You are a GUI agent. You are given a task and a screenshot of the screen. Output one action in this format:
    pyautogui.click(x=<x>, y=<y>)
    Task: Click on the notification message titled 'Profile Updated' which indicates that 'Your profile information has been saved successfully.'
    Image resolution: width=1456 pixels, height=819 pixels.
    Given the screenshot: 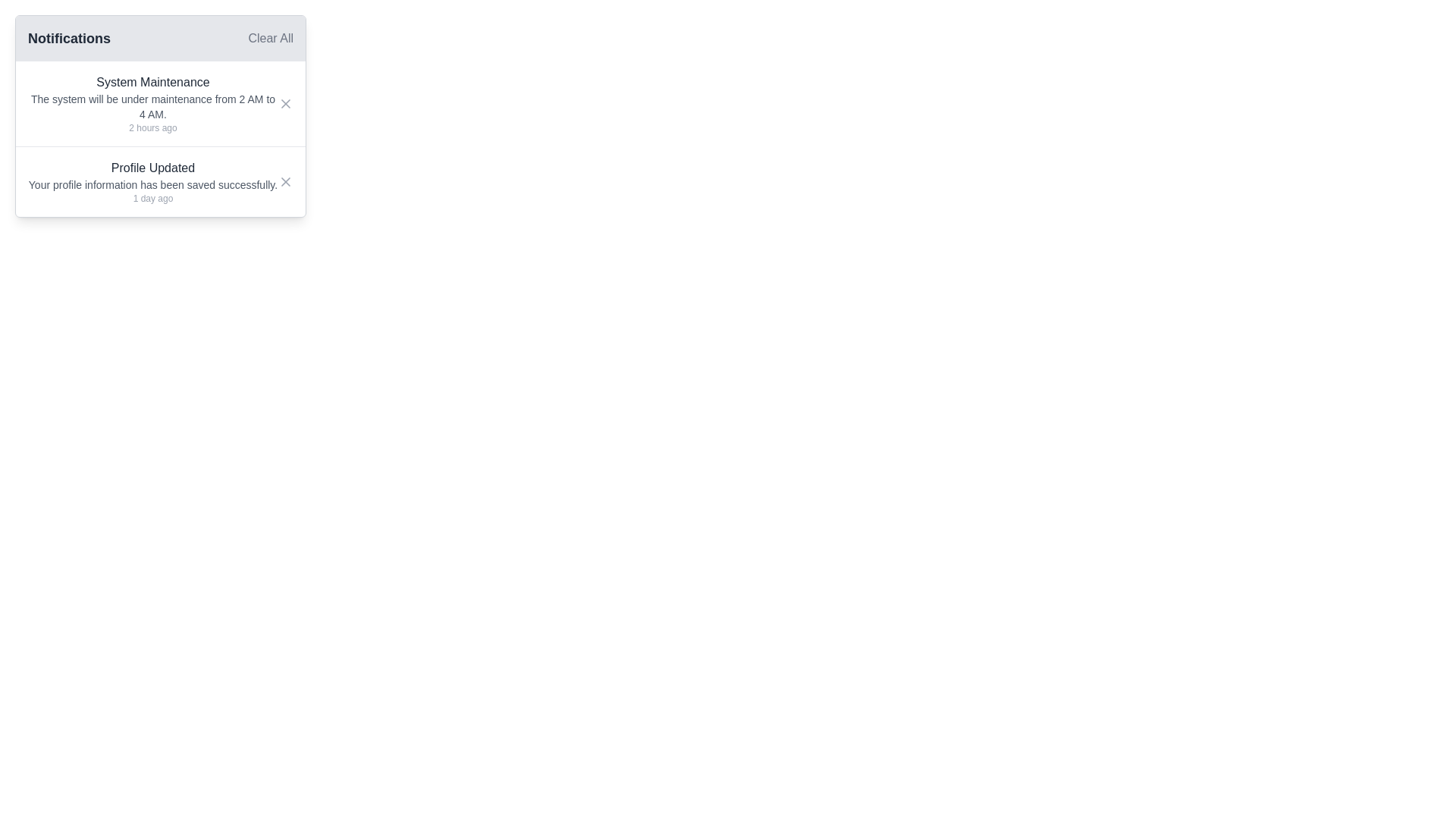 What is the action you would take?
    pyautogui.click(x=152, y=180)
    